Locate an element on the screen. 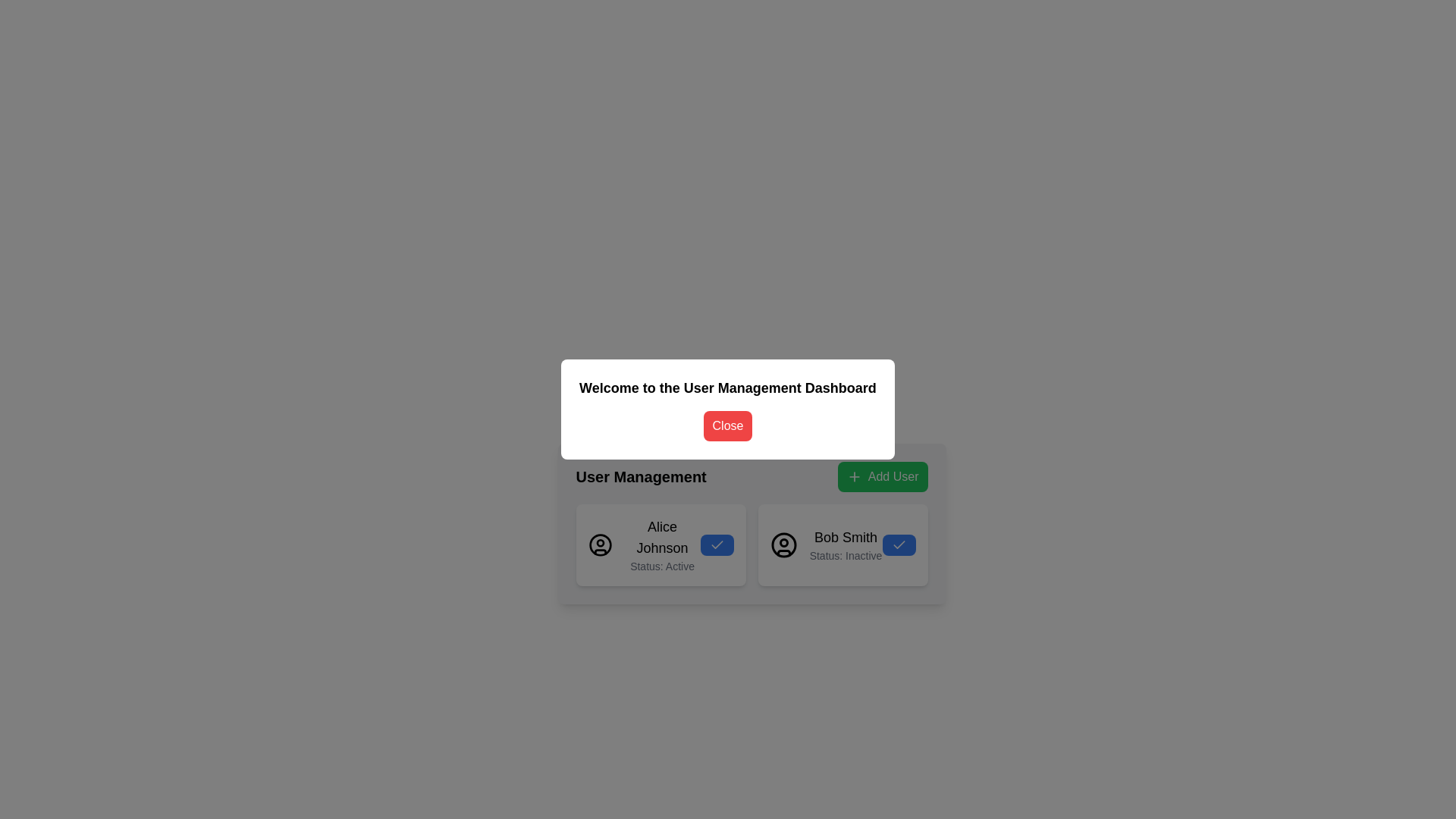 This screenshot has width=1456, height=819. the 'Add User' button located to the right of the 'User Management' text is located at coordinates (883, 475).